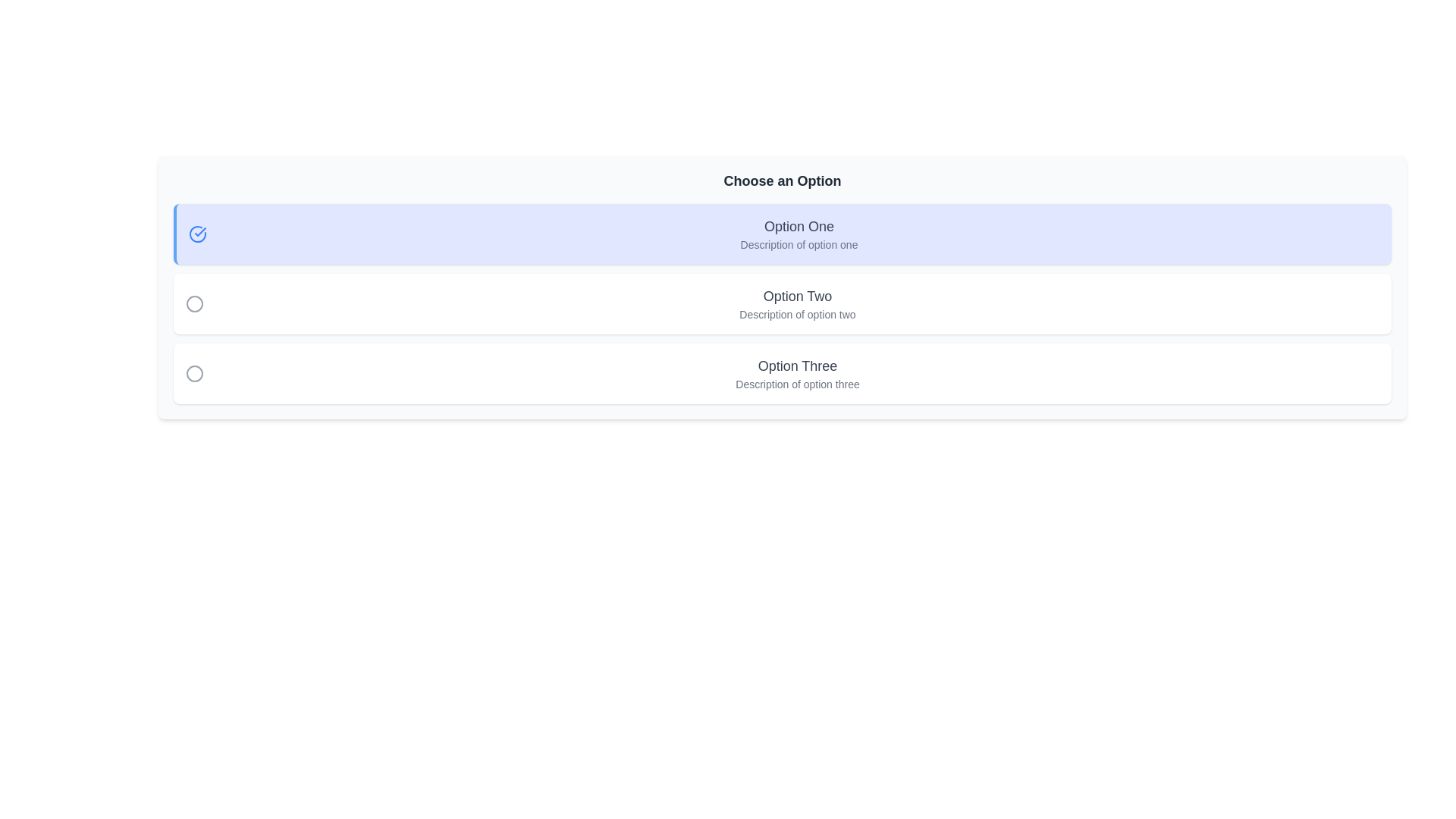 The image size is (1456, 819). Describe the element at coordinates (796, 304) in the screenshot. I see `the text block containing the title 'Option Two' and description 'Description of option two' to emphasize highlighting` at that location.